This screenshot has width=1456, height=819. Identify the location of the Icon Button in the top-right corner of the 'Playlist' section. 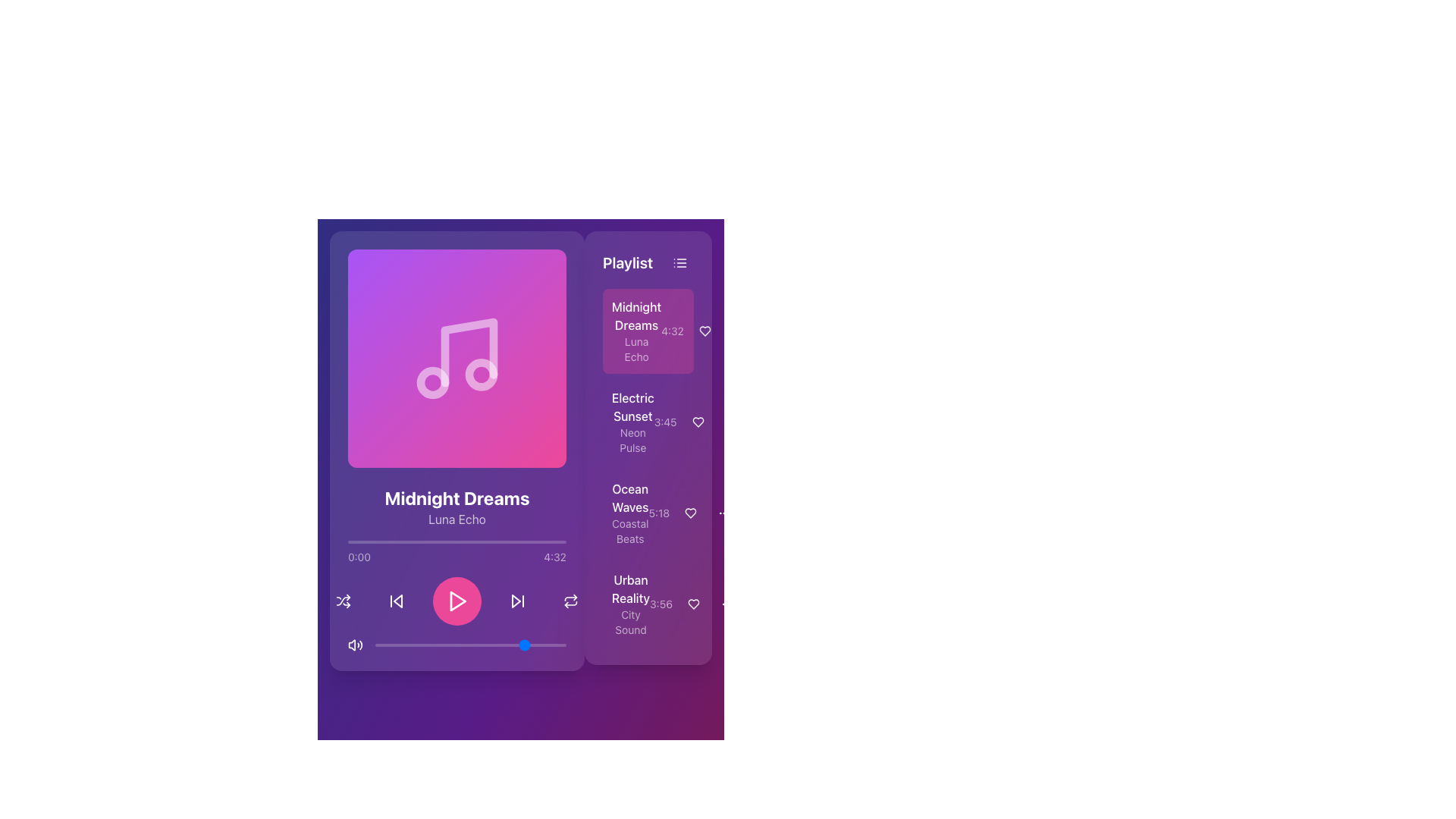
(679, 262).